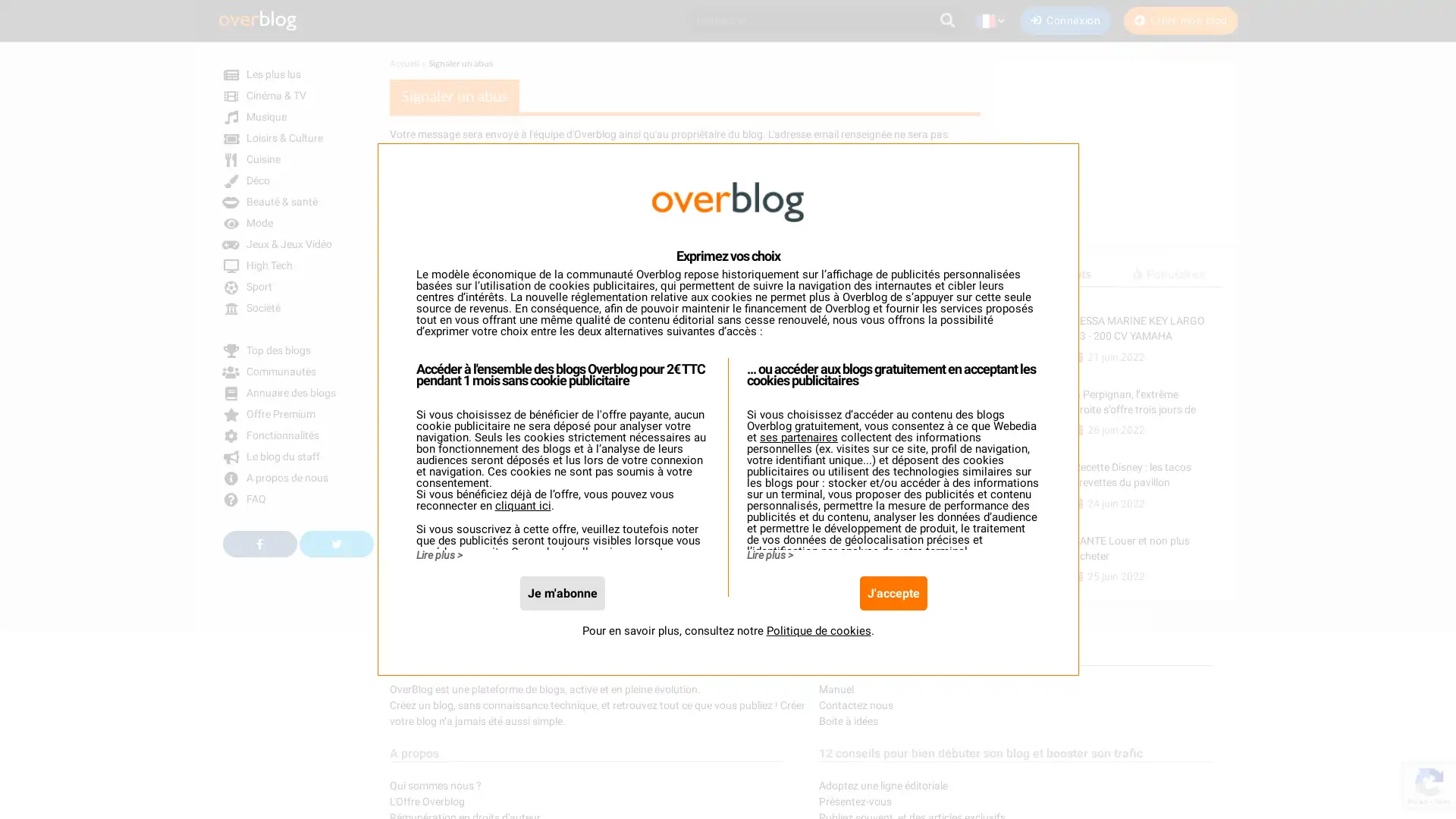 The width and height of the screenshot is (1456, 819). I want to click on envoyer, so click(419, 531).